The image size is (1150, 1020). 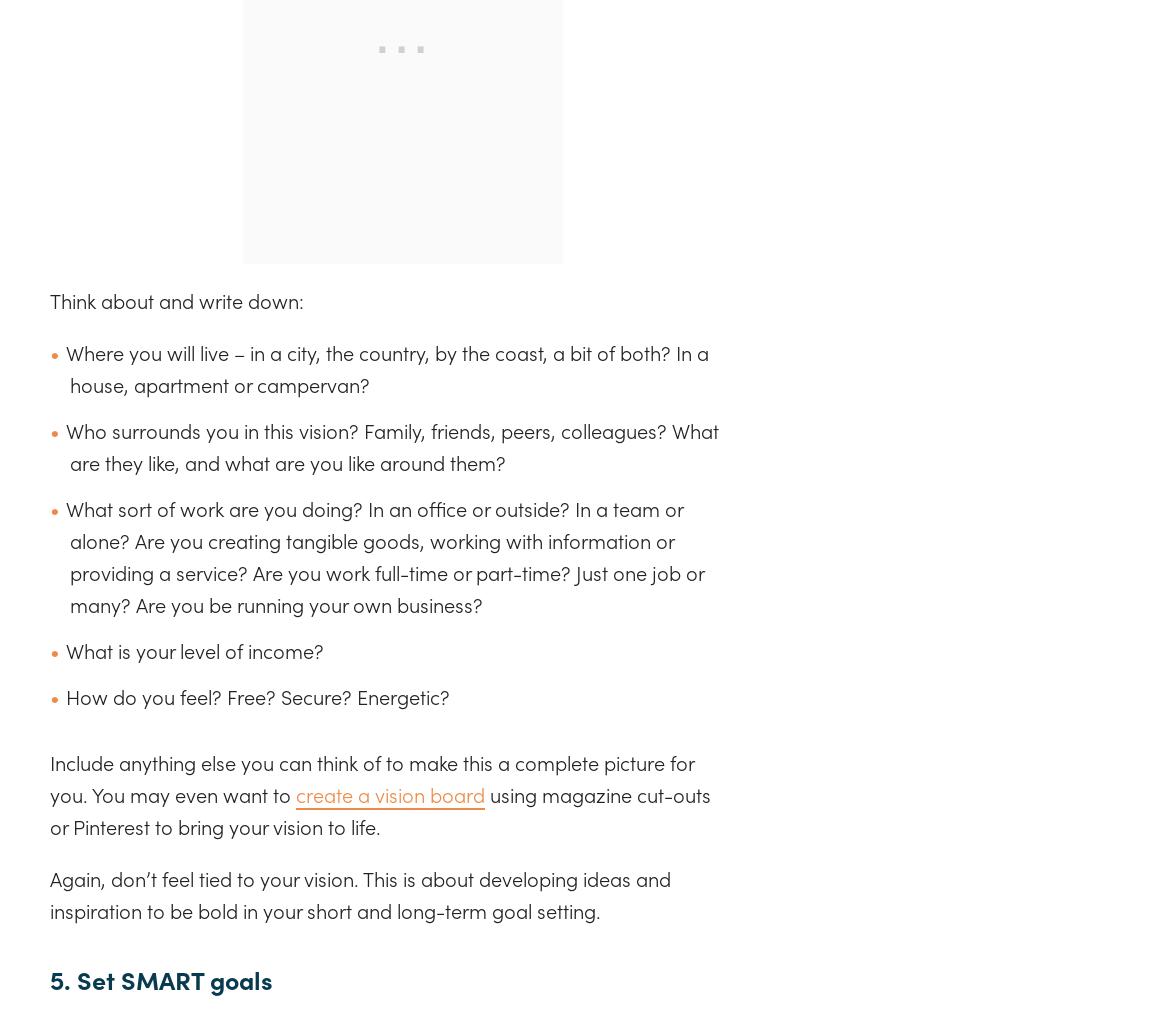 What do you see at coordinates (387, 367) in the screenshot?
I see `'Where you will live – in a city, the country, by the coast, a bit of both? In a house, apartment or campervan?'` at bounding box center [387, 367].